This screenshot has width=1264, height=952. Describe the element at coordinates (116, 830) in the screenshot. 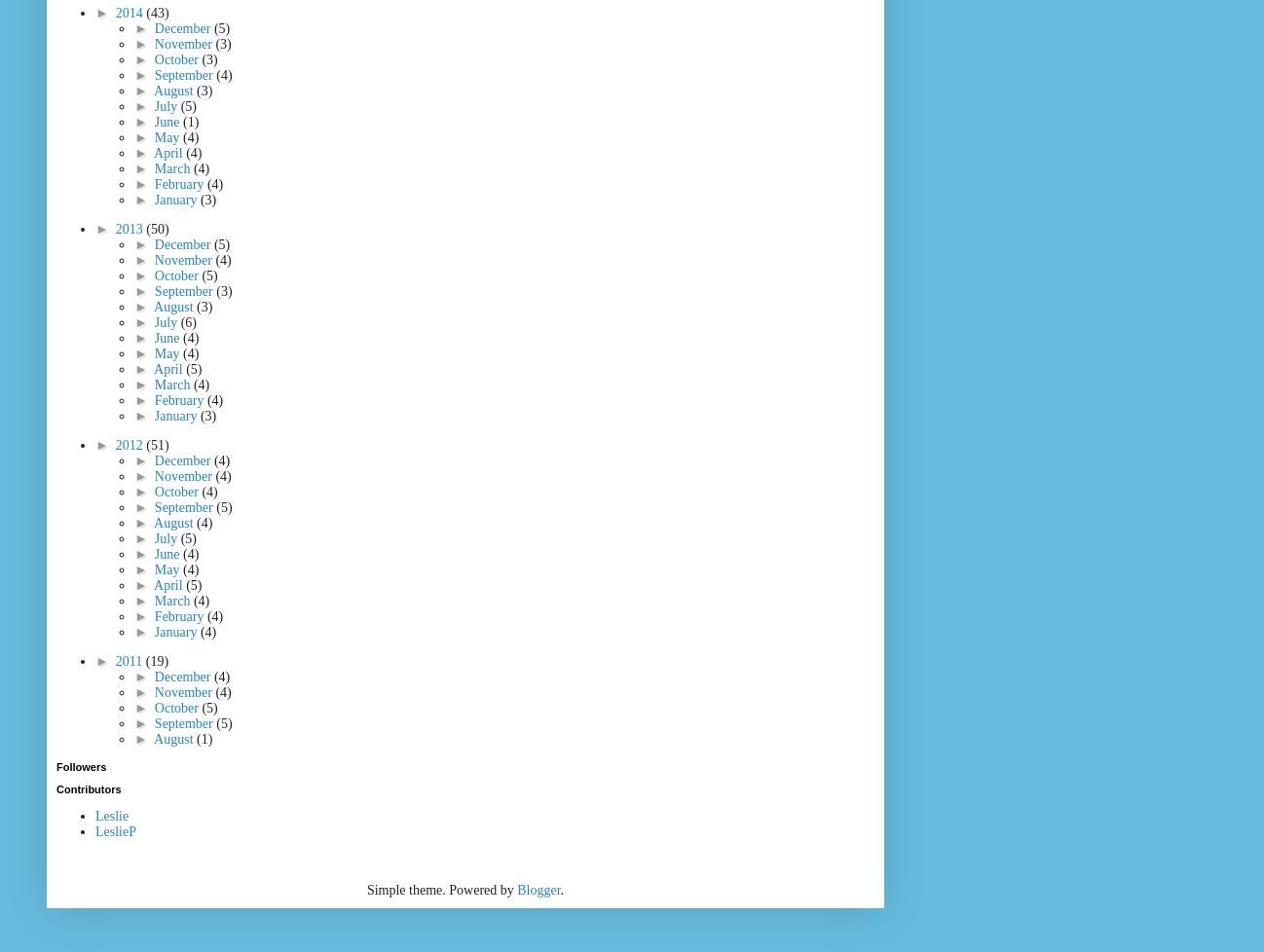

I see `'LeslieP'` at that location.